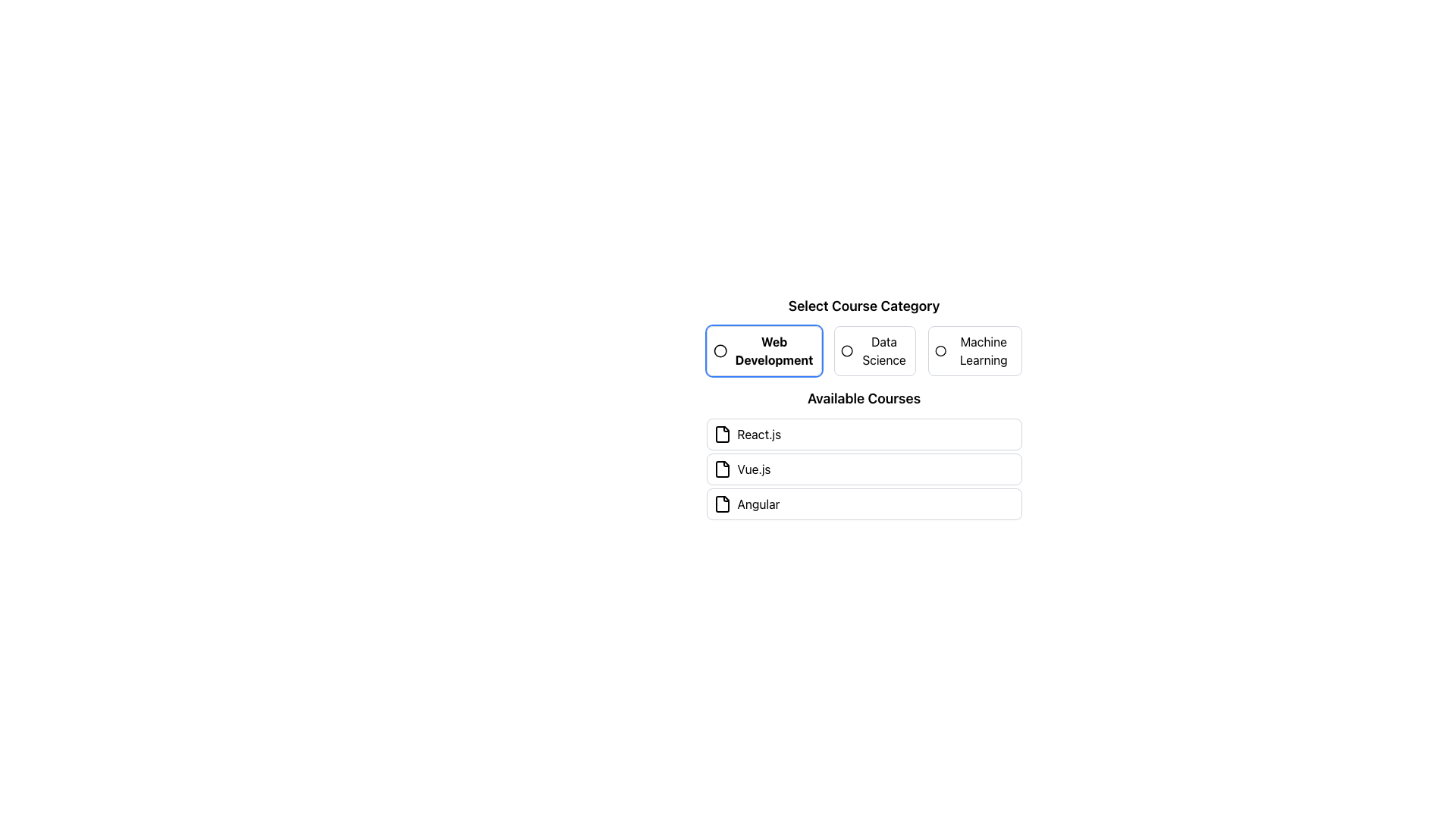  I want to click on the circular graphical icon representing the 'Machine Learning' category option, so click(940, 350).